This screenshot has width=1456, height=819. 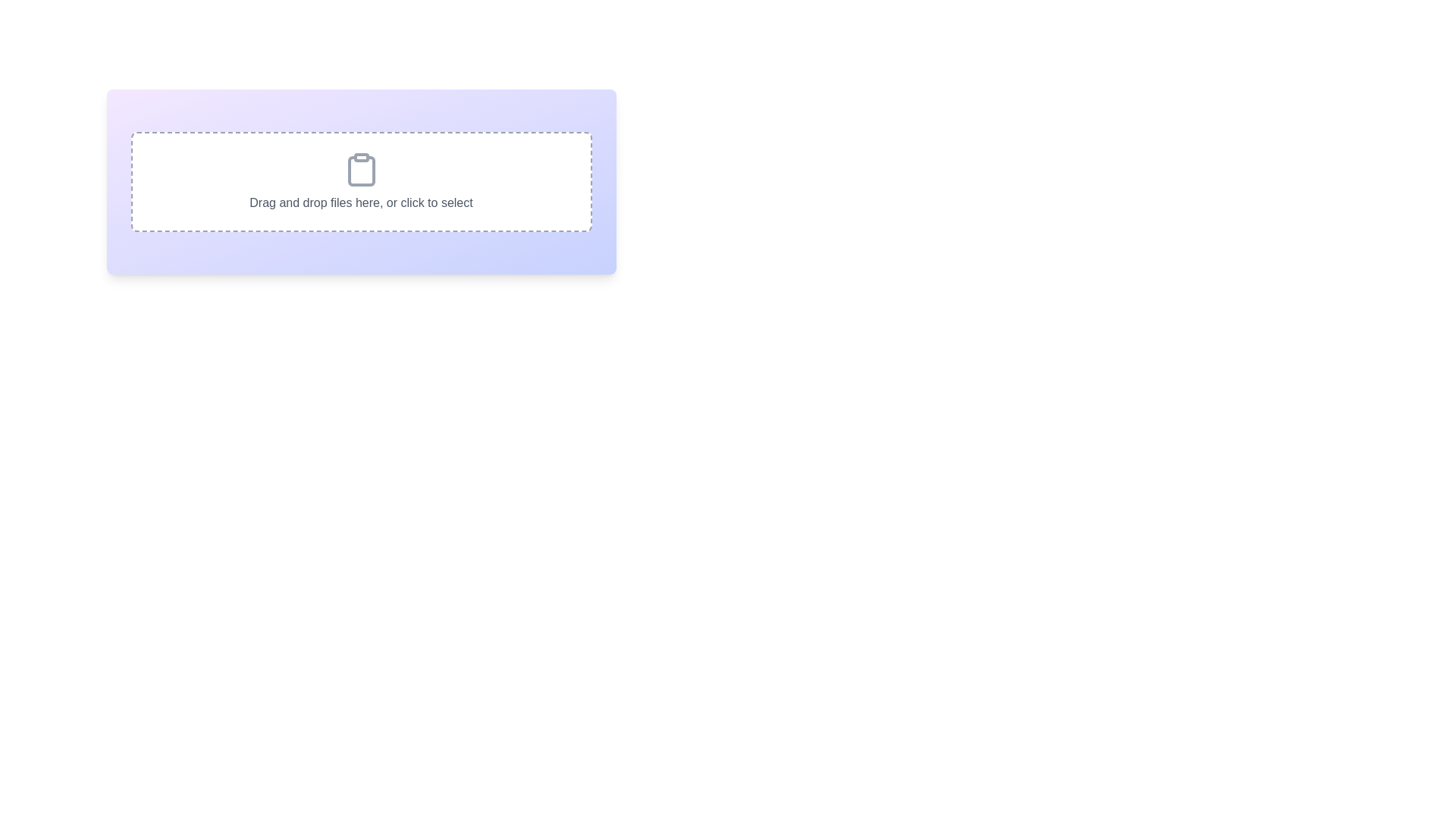 What do you see at coordinates (360, 158) in the screenshot?
I see `the decorative rectangular element located near the top center of the clipboard icon` at bounding box center [360, 158].